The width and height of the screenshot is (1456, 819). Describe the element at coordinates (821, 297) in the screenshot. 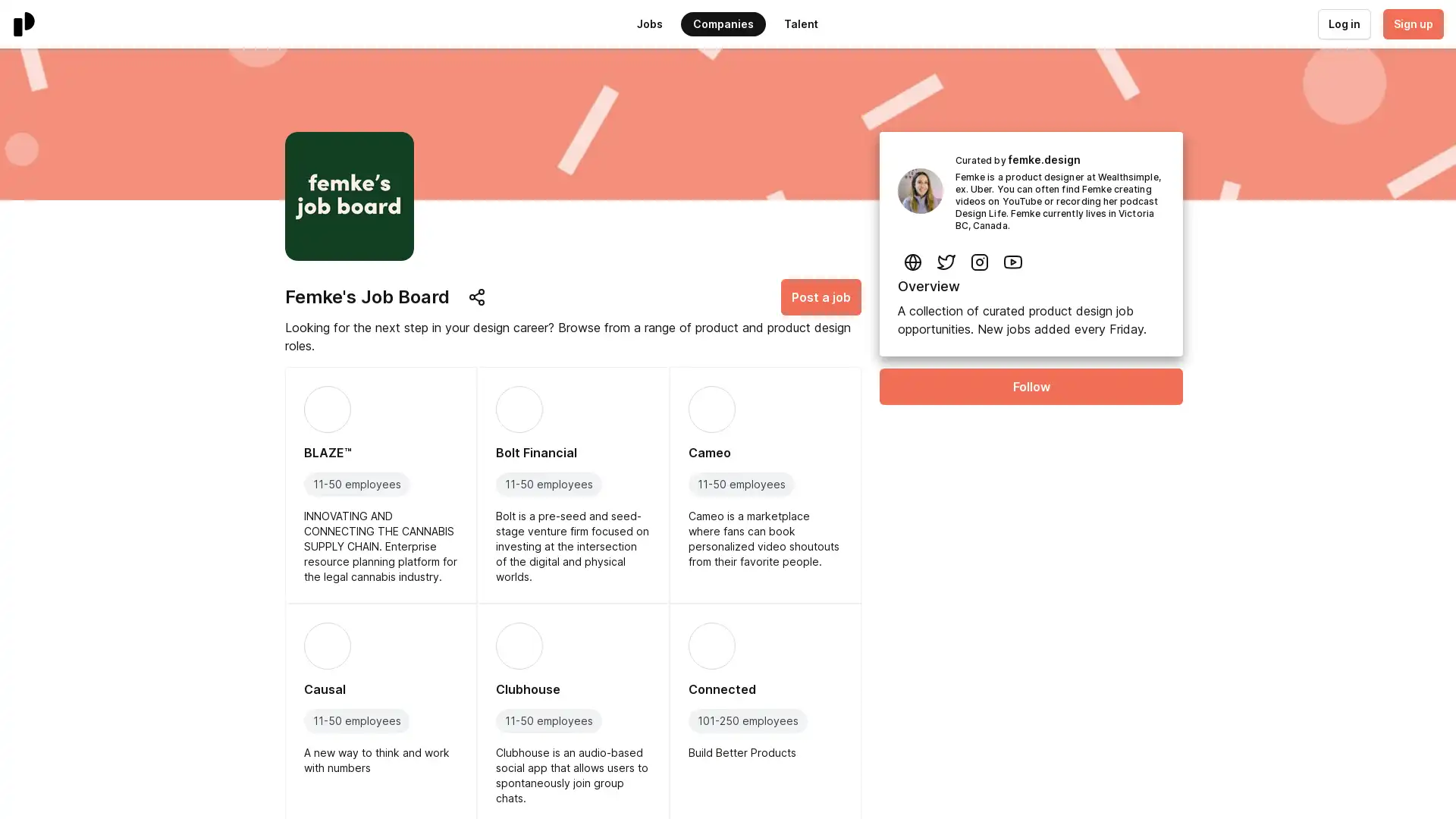

I see `Post a job` at that location.